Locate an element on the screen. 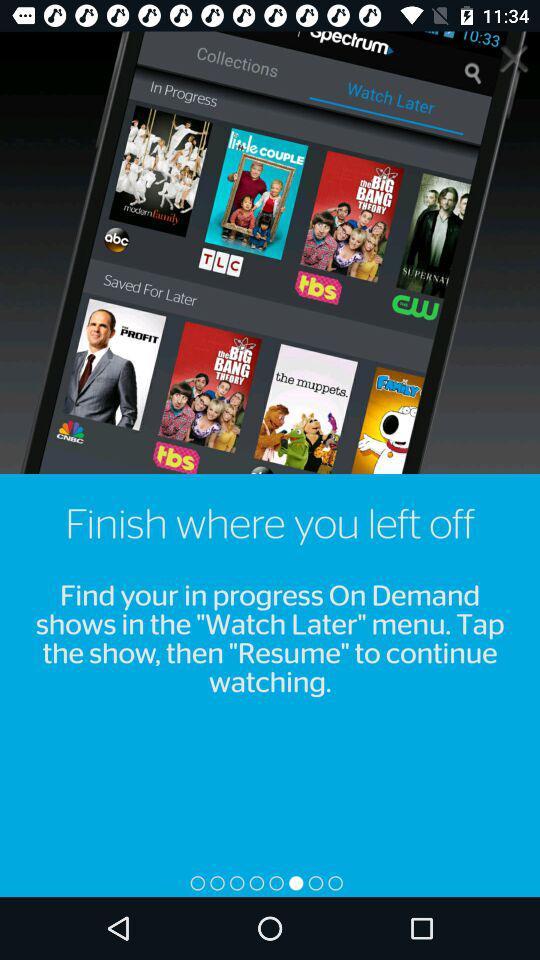 This screenshot has height=960, width=540. info panel button is located at coordinates (513, 56).